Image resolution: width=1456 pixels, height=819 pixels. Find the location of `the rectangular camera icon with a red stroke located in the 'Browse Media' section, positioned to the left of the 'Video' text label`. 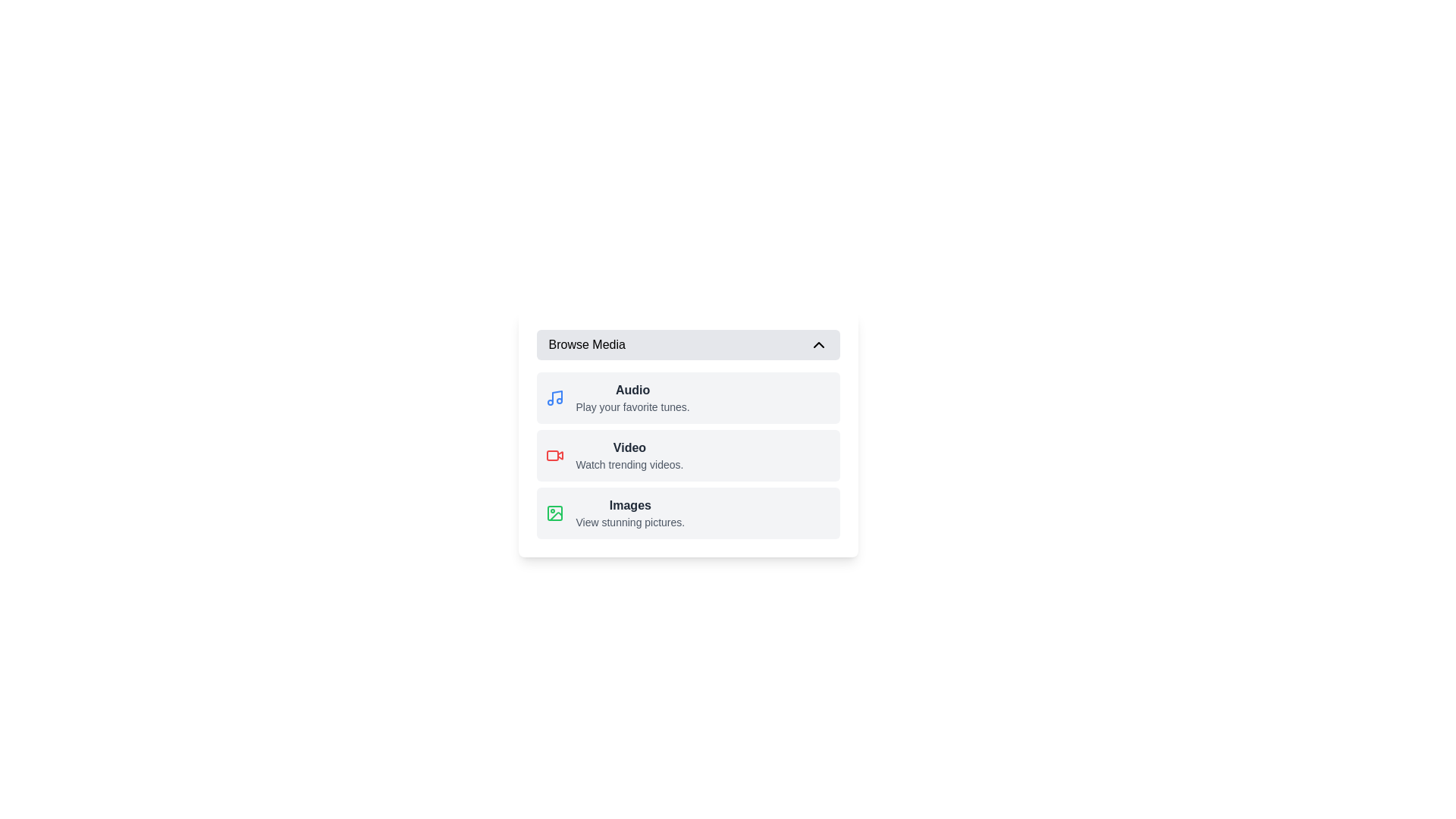

the rectangular camera icon with a red stroke located in the 'Browse Media' section, positioned to the left of the 'Video' text label is located at coordinates (554, 455).